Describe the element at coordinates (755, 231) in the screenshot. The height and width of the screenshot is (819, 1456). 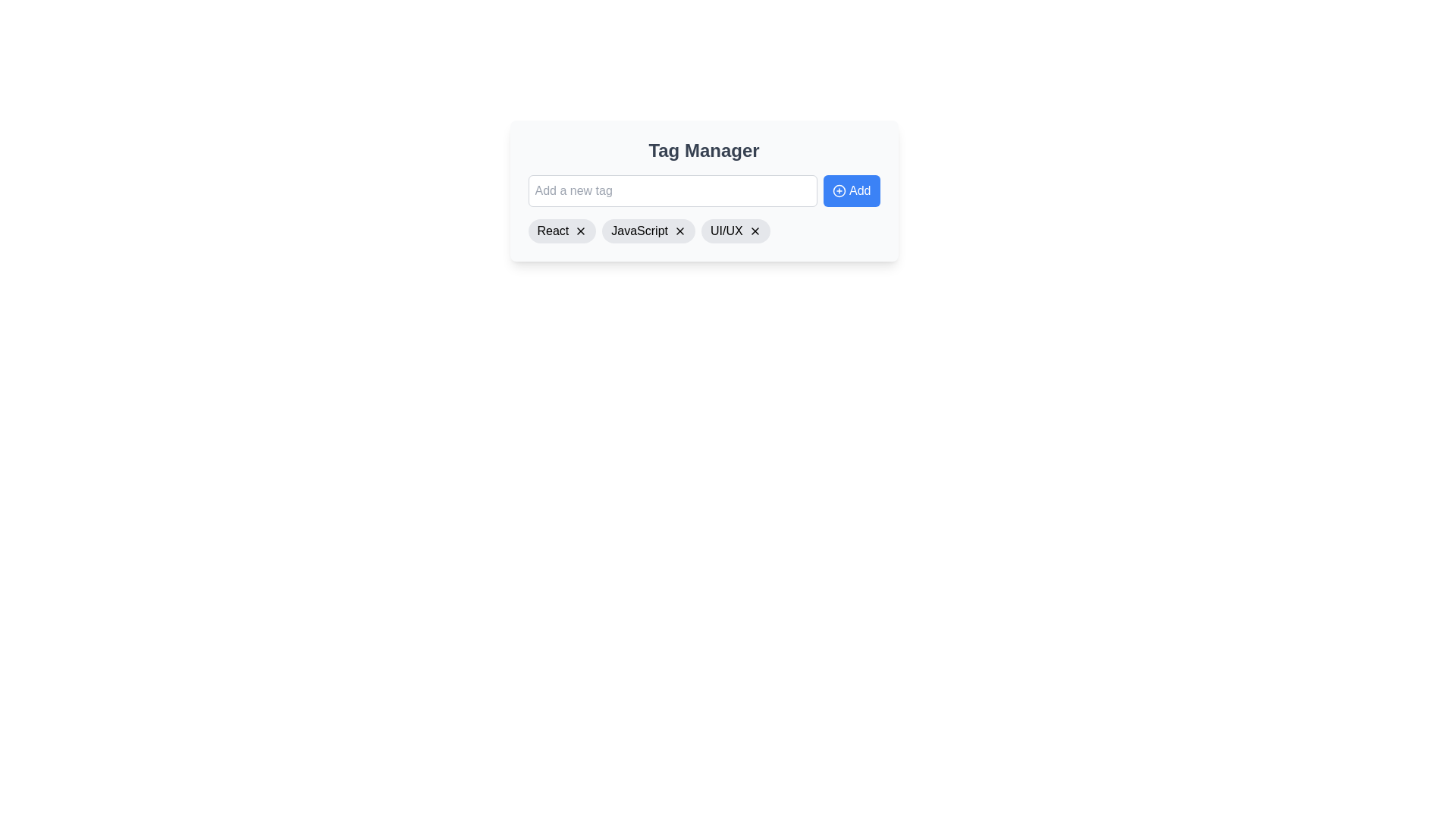
I see `the close button icon resembling a small 'X' within the pill-shaped tag labeled 'UI/UX'` at that location.